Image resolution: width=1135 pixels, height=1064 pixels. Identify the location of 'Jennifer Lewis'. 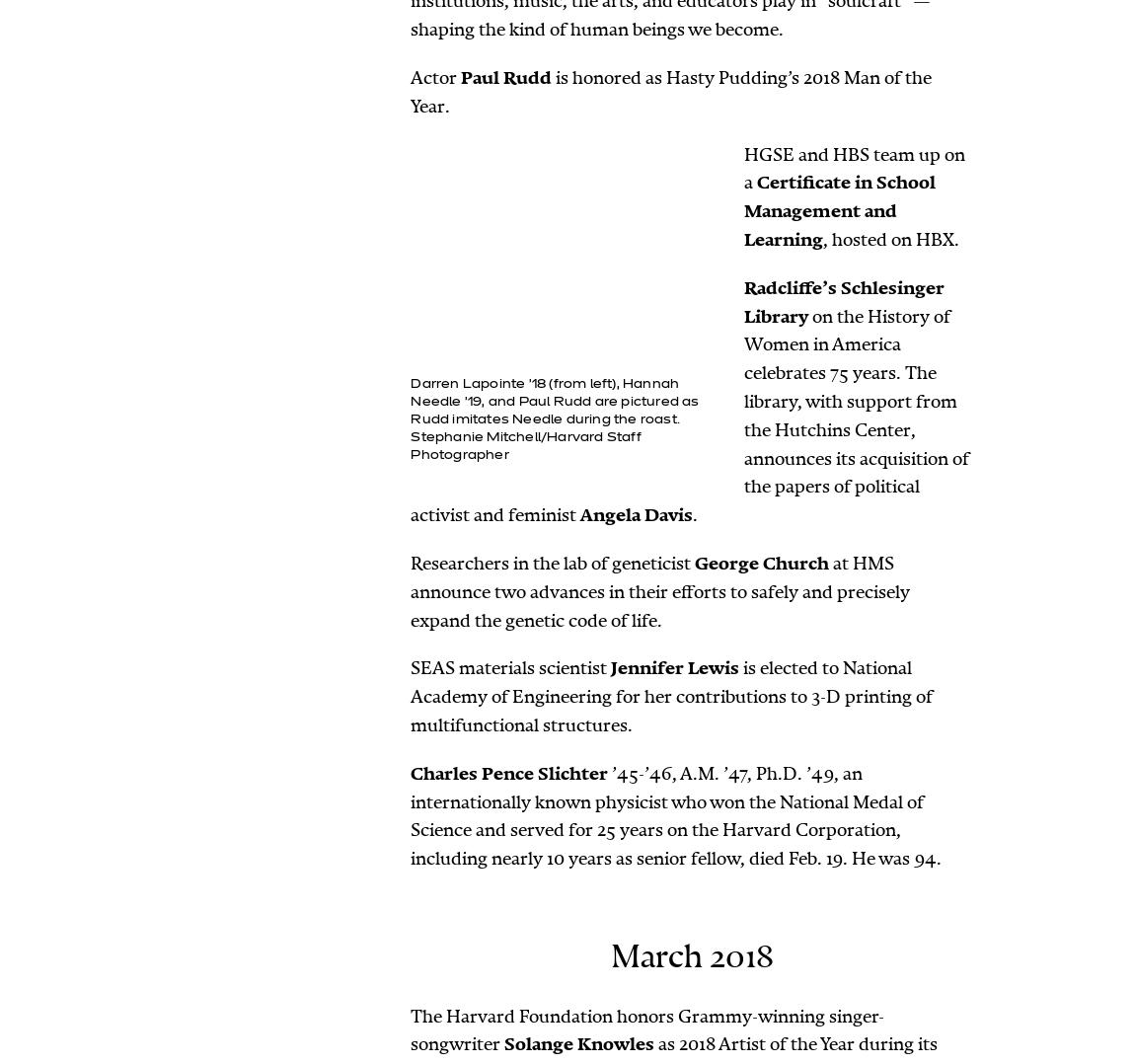
(674, 667).